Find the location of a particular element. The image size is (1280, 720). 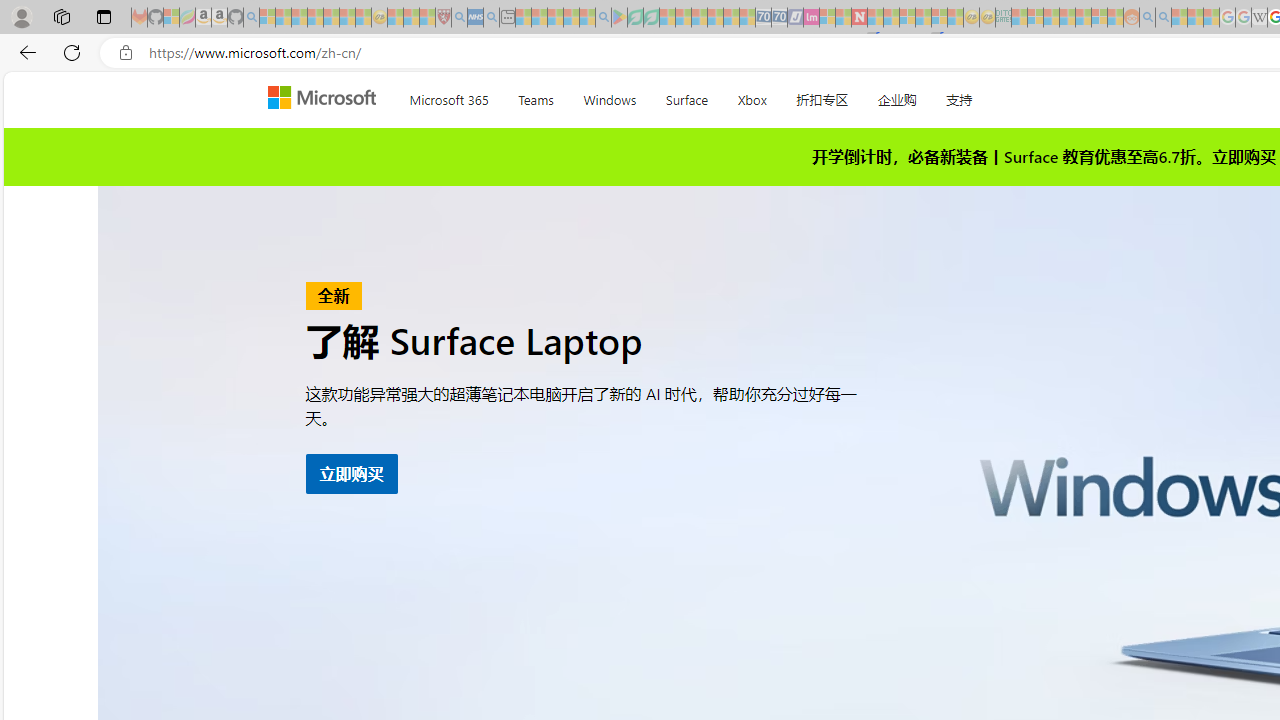

'Teams' is located at coordinates (536, 96).